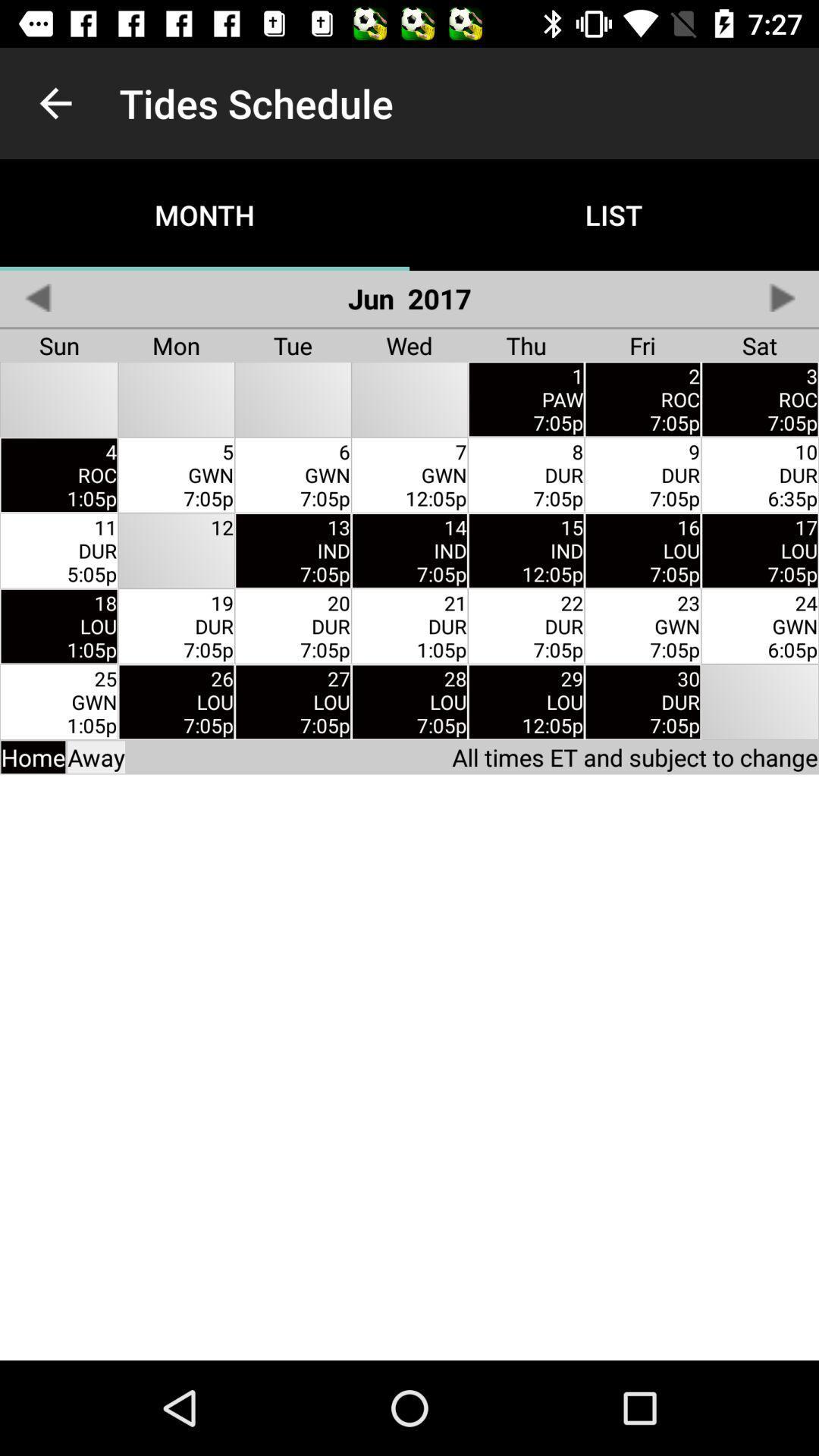 This screenshot has height=1456, width=819. What do you see at coordinates (781, 297) in the screenshot?
I see `switch to next month` at bounding box center [781, 297].